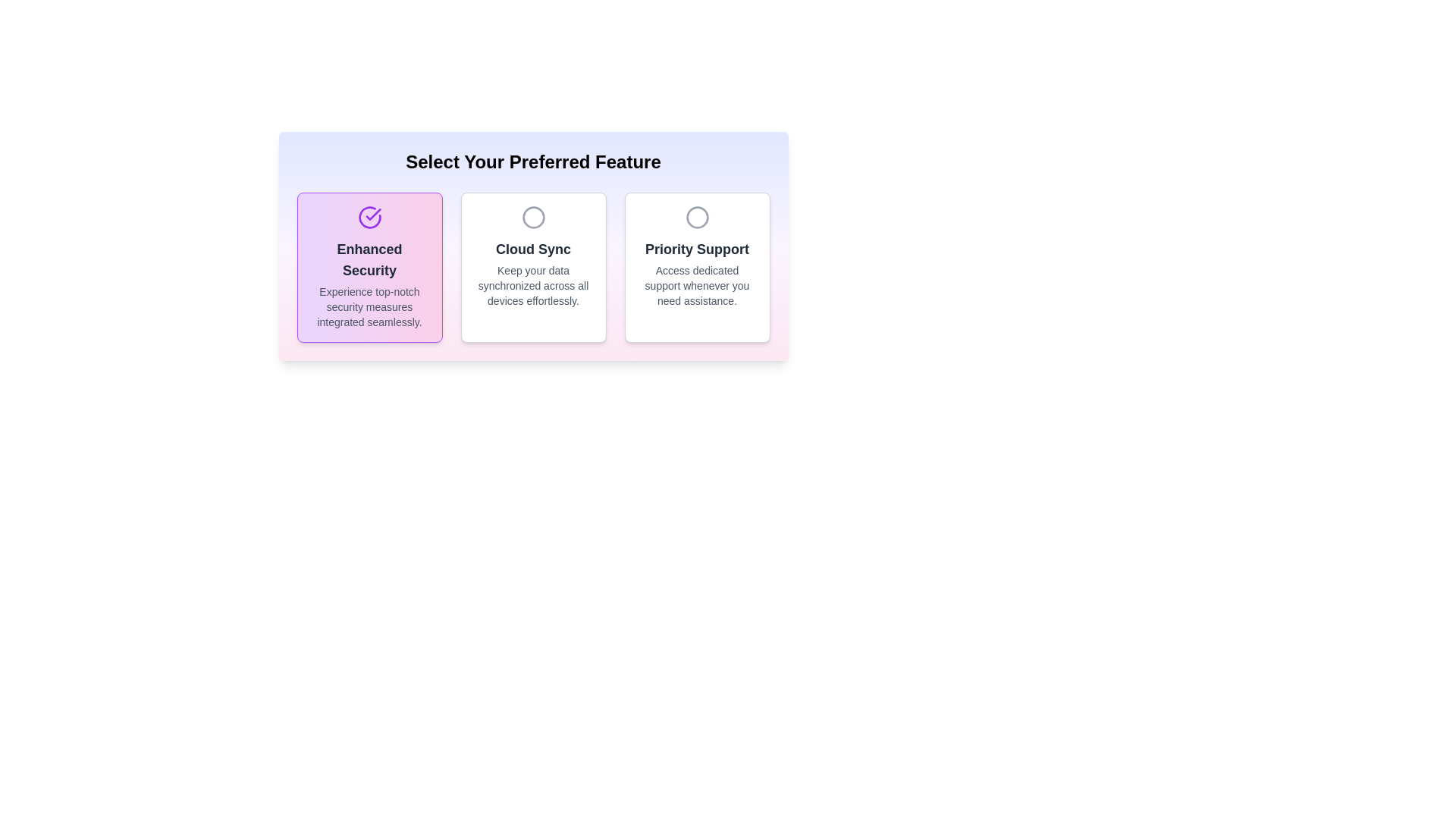  Describe the element at coordinates (696, 248) in the screenshot. I see `the 'Priority Support' text label, which serves as the title for the associated feature, located in the third box of three horizontally arranged options` at that location.